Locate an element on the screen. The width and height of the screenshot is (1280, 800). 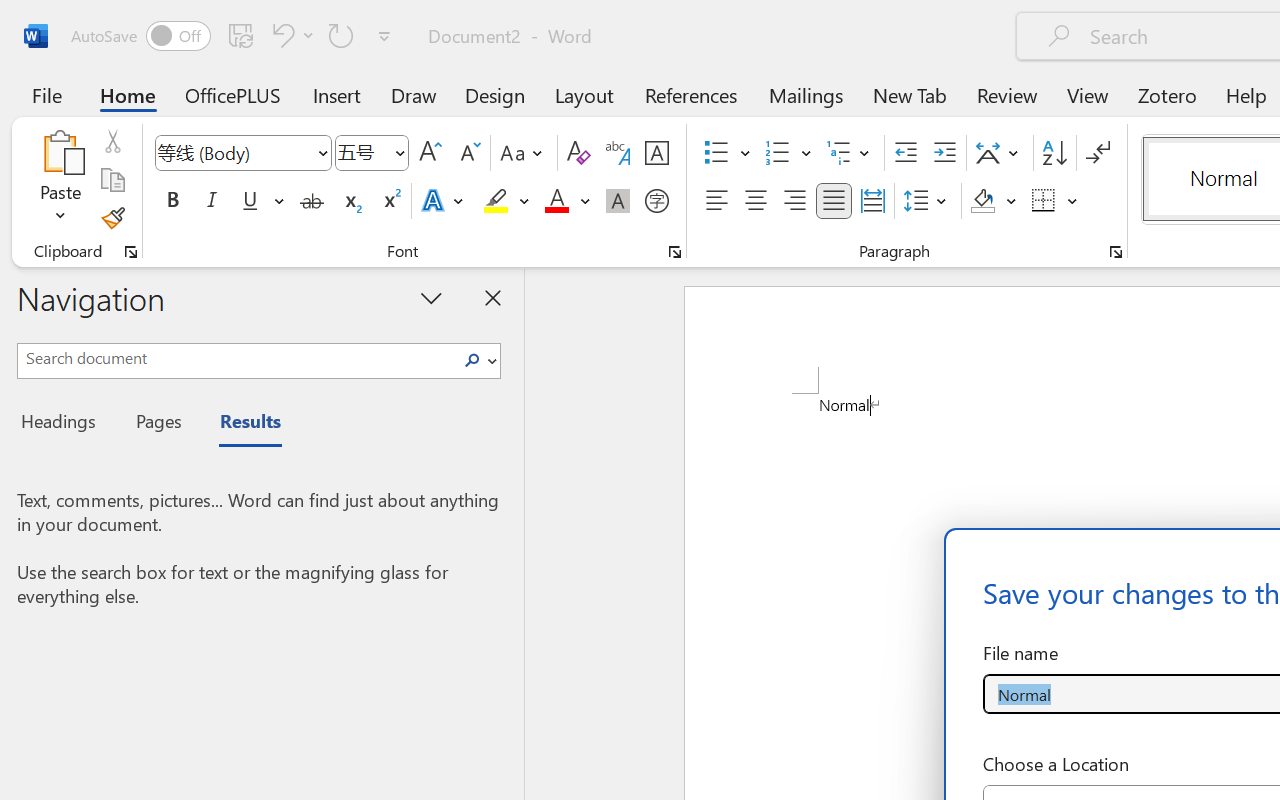
'Decrease Indent' is located at coordinates (905, 153).